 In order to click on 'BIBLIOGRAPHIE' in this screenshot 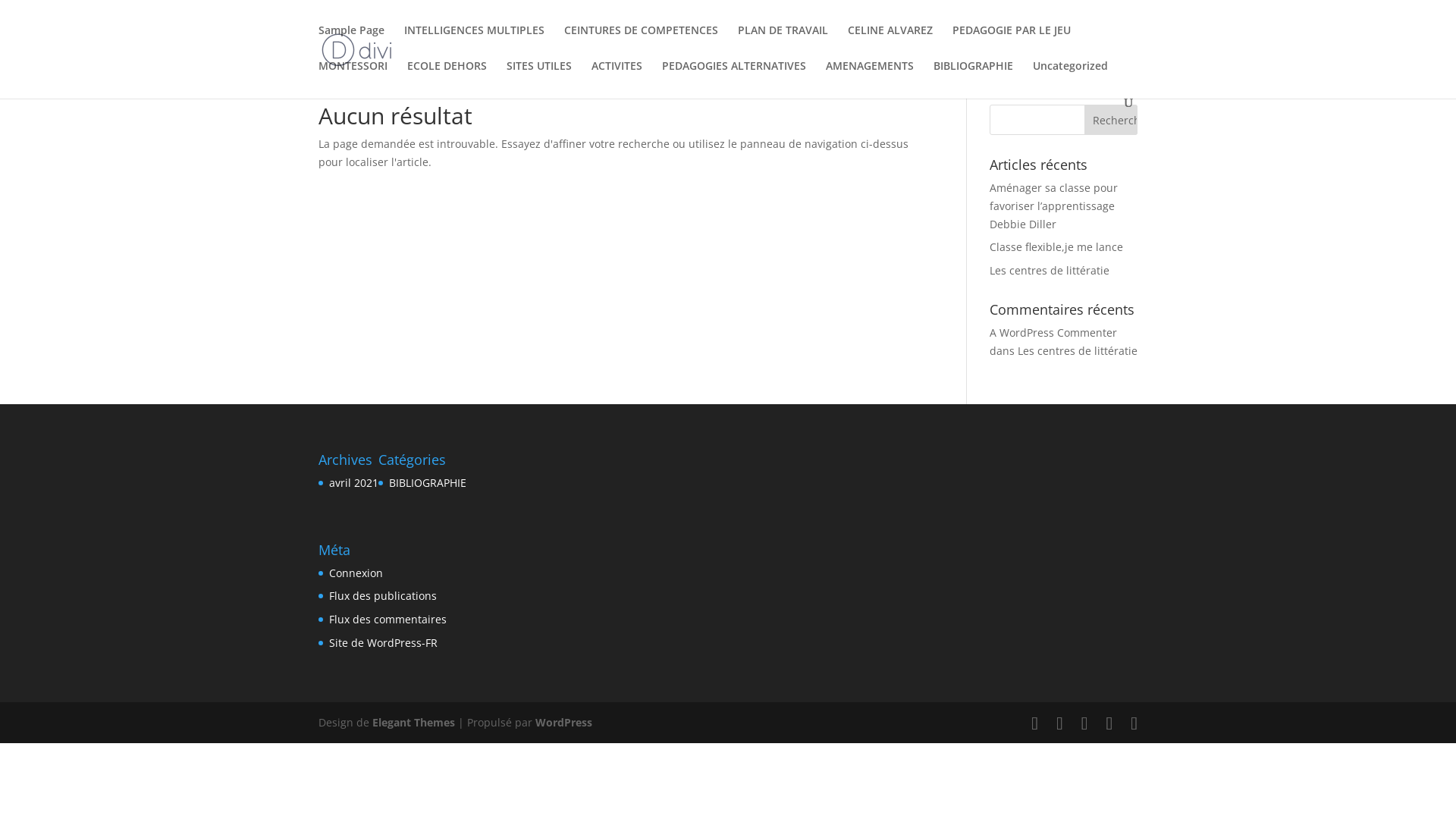, I will do `click(973, 78)`.